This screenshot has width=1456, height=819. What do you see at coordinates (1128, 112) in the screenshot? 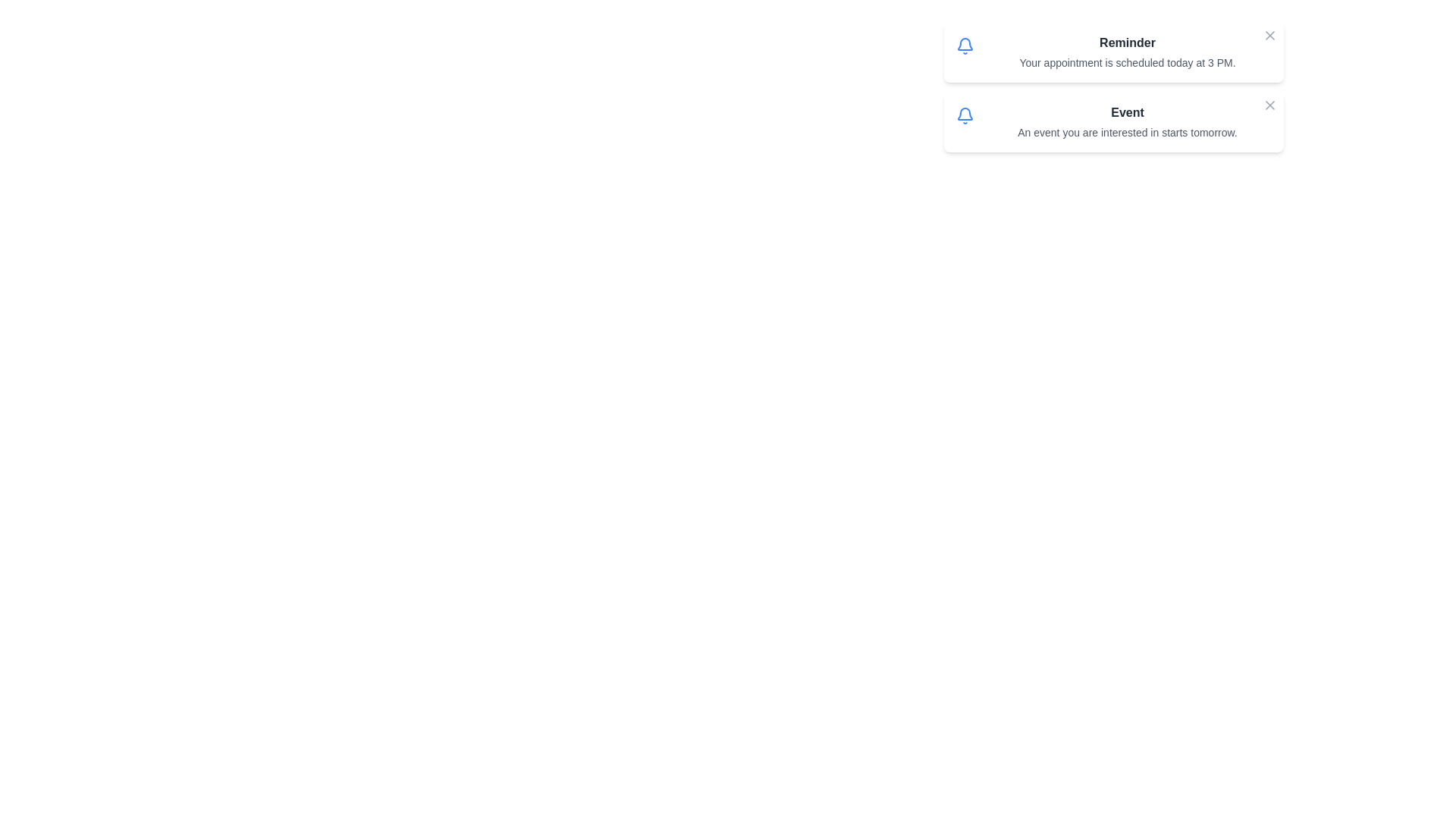
I see `the bold text label displaying the word 'Event' that is located at the top of a rectangular card, centered horizontally and positioned below the notification icon` at bounding box center [1128, 112].